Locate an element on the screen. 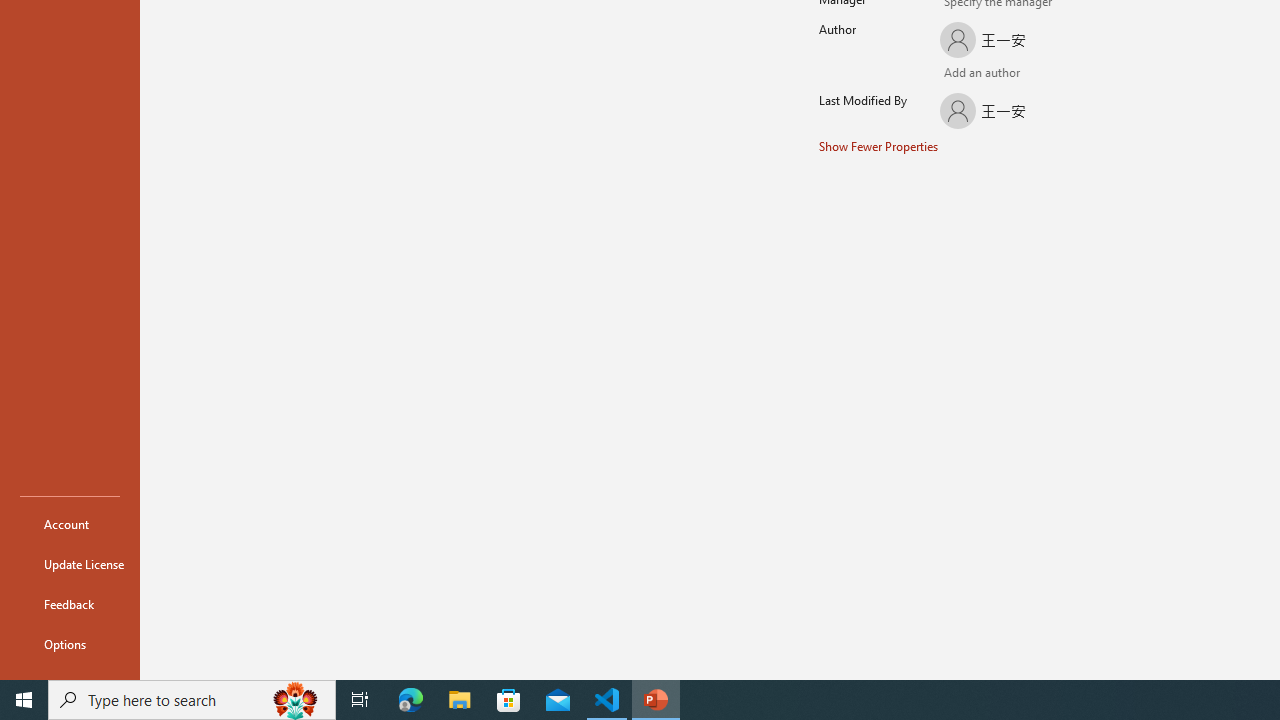  'Account' is located at coordinates (69, 523).